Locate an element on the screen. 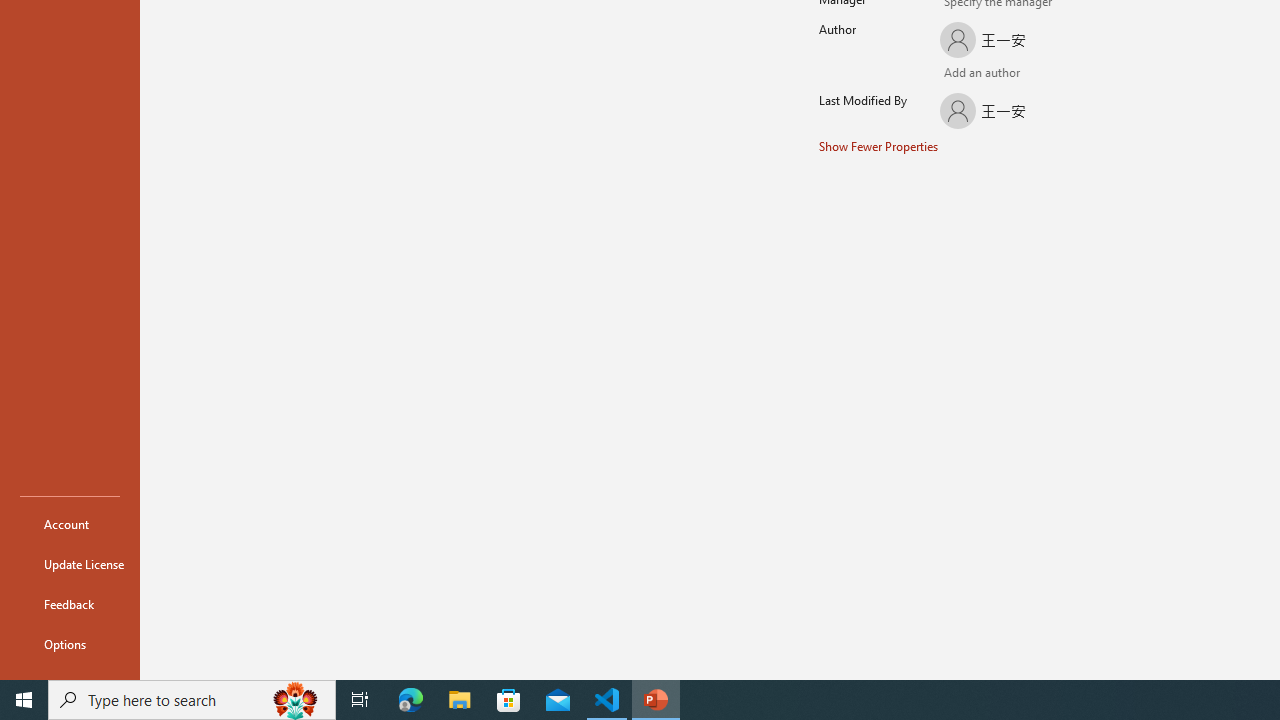  'Account' is located at coordinates (69, 523).